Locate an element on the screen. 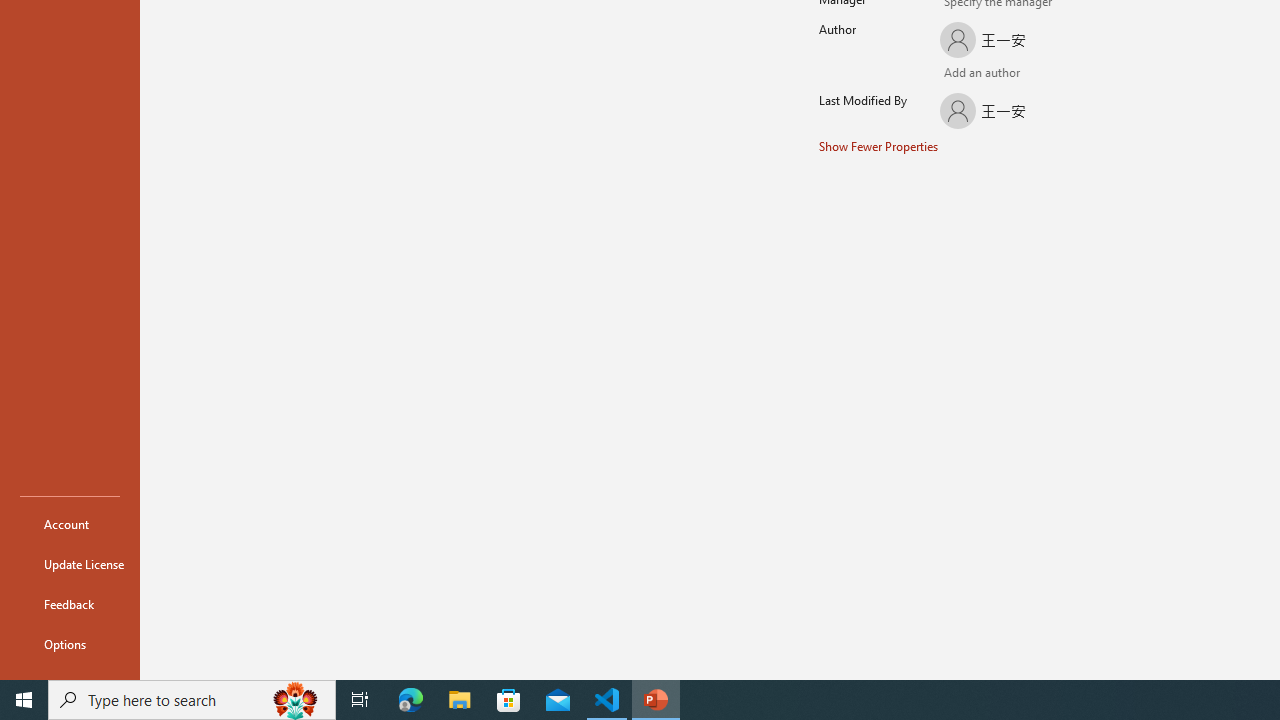  'Account' is located at coordinates (69, 523).